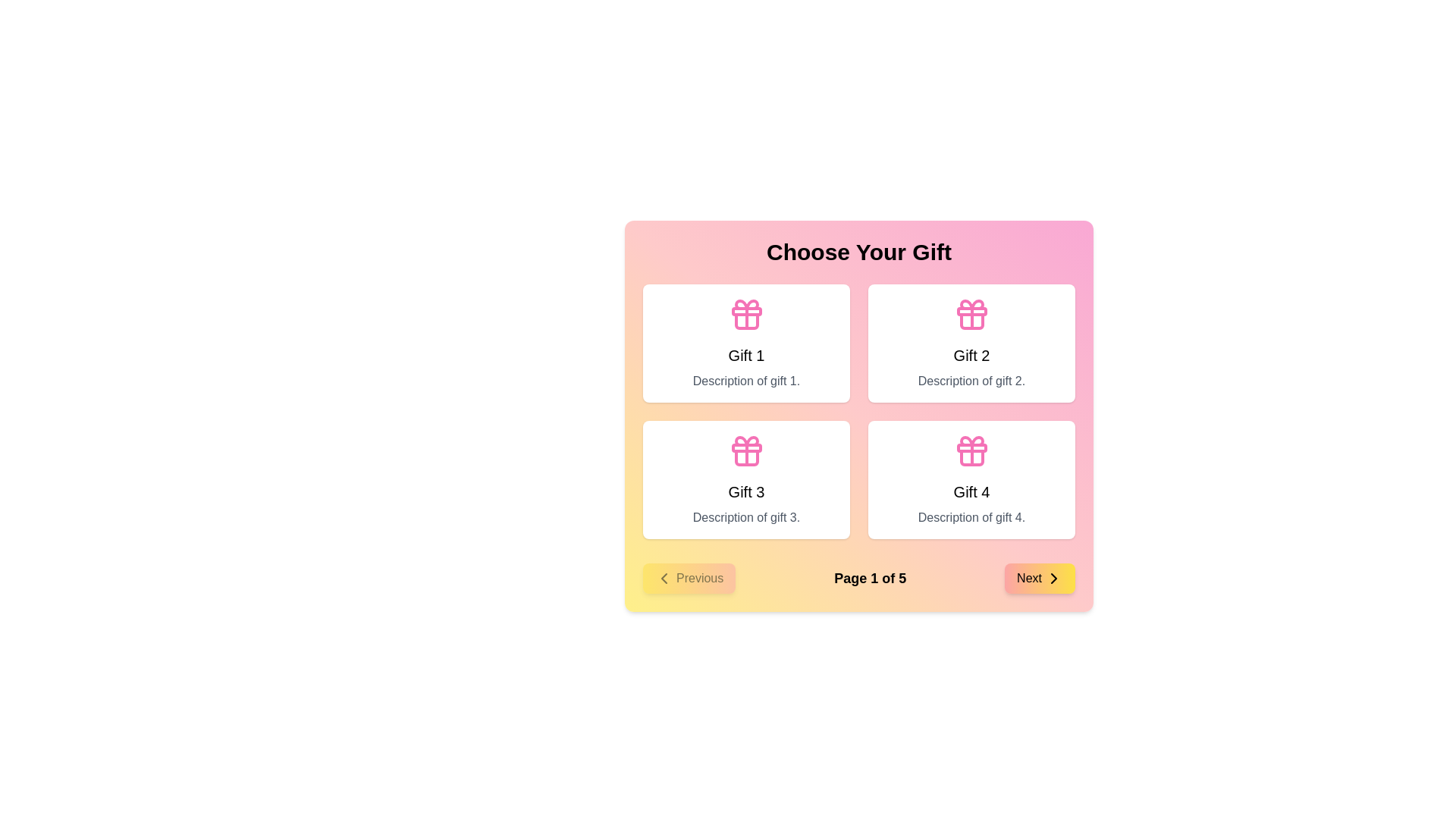 This screenshot has width=1456, height=819. I want to click on the text label identifying the fourth gift card, labeled as 'Gift 4', located in the bottom-right corner of the grid layout, so click(971, 491).